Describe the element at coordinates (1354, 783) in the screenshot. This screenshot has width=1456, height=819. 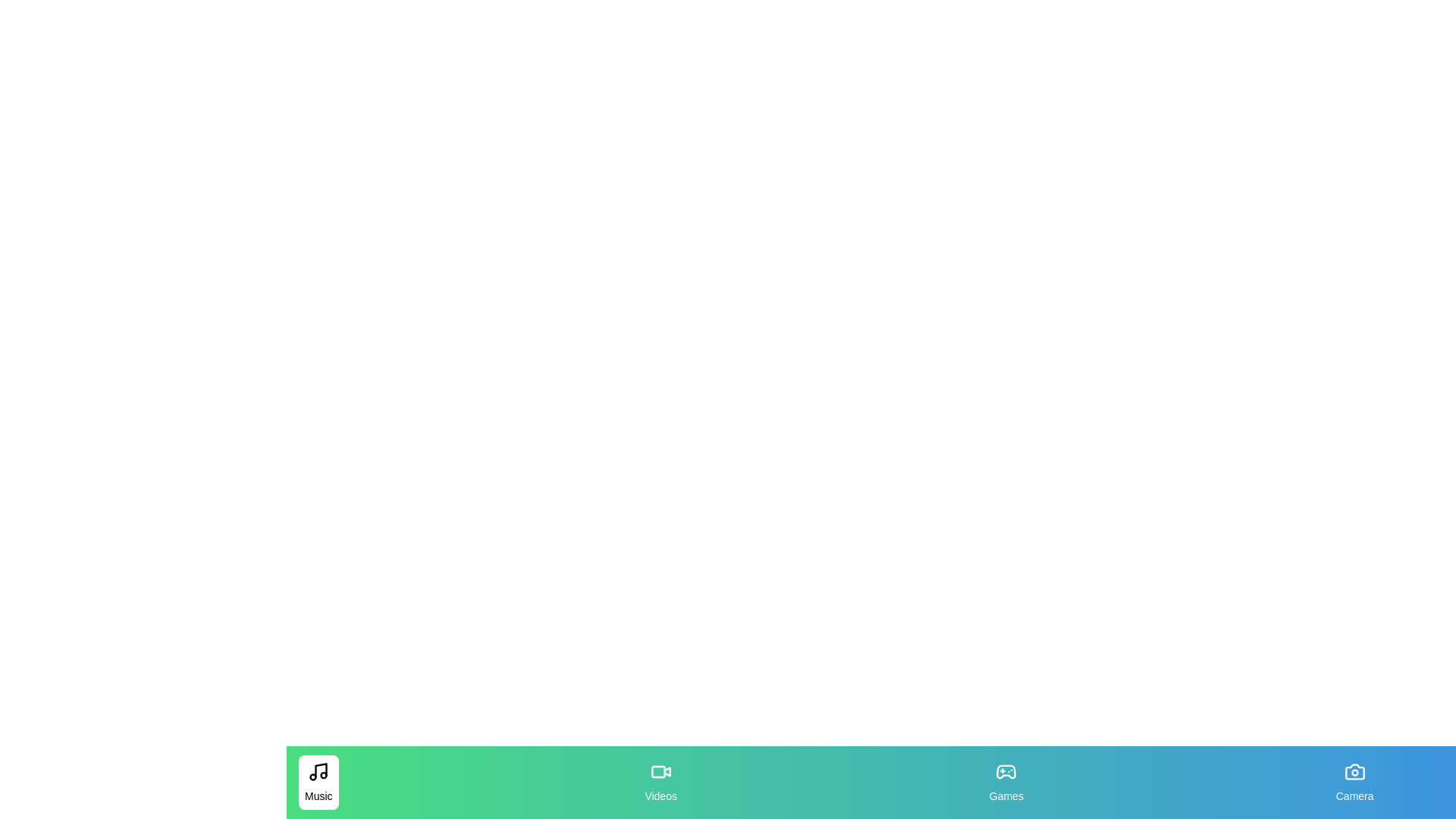
I see `the Camera tab to observe its hover effect` at that location.